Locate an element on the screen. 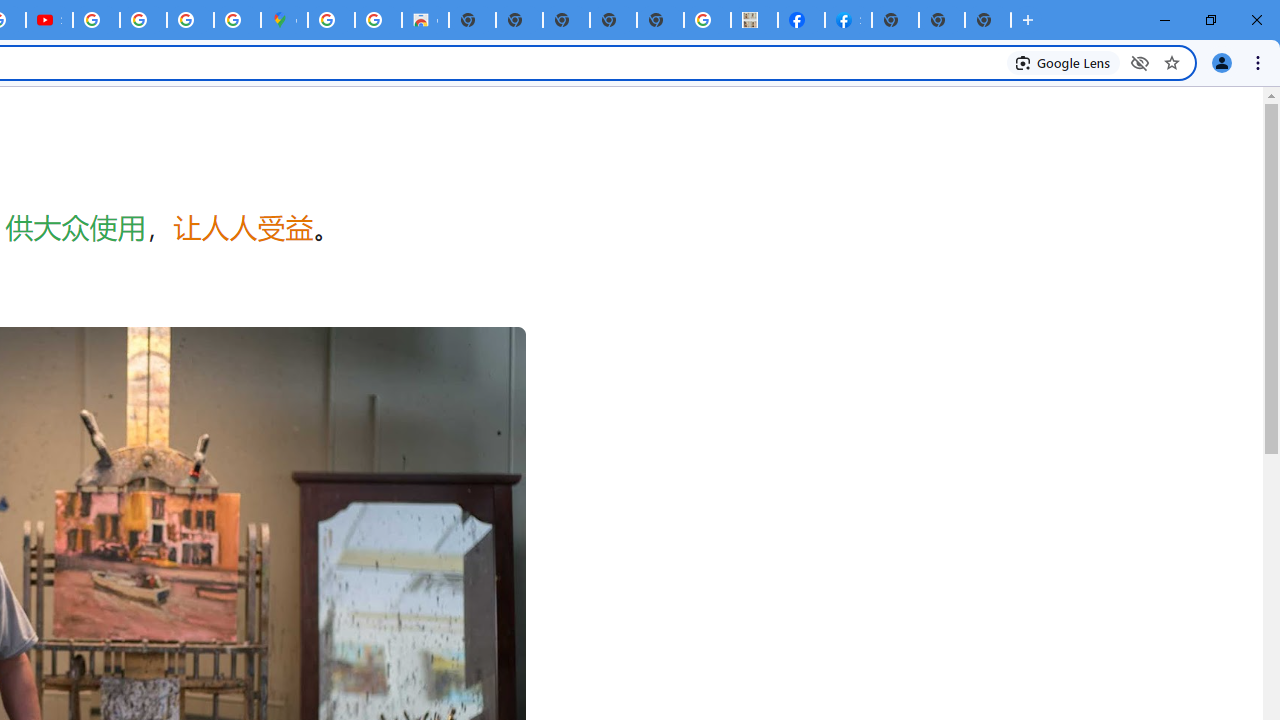  'Chrome Web Store - Shopping' is located at coordinates (424, 20).